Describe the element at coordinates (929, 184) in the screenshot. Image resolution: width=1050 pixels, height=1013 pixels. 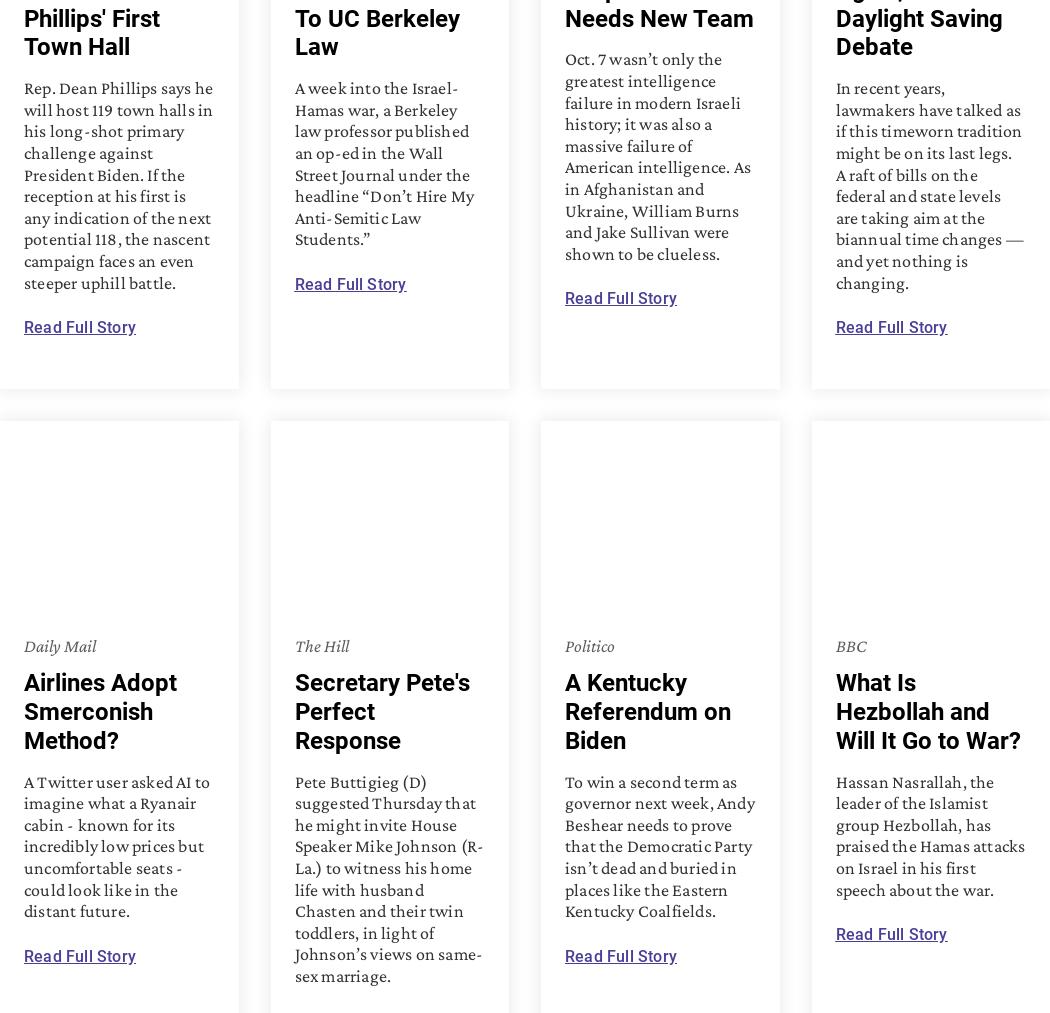
I see `'In recent years, lawmakers have talked as if this timeworn tradition might be on its last legs. A raft of bills on the federal and state levels are taking aim at the biannual time changes — and yet nothing is changing.'` at that location.